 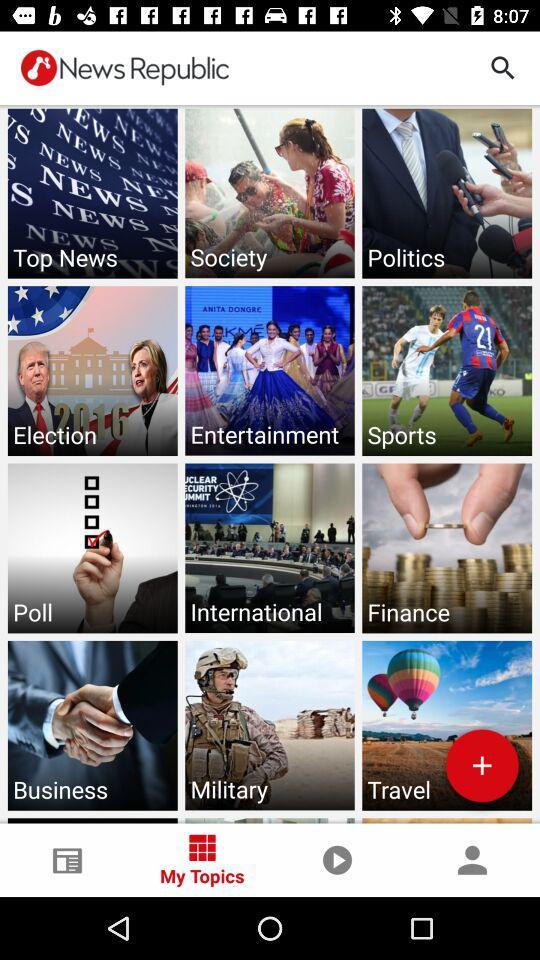 I want to click on option between election and sports, so click(x=270, y=370).